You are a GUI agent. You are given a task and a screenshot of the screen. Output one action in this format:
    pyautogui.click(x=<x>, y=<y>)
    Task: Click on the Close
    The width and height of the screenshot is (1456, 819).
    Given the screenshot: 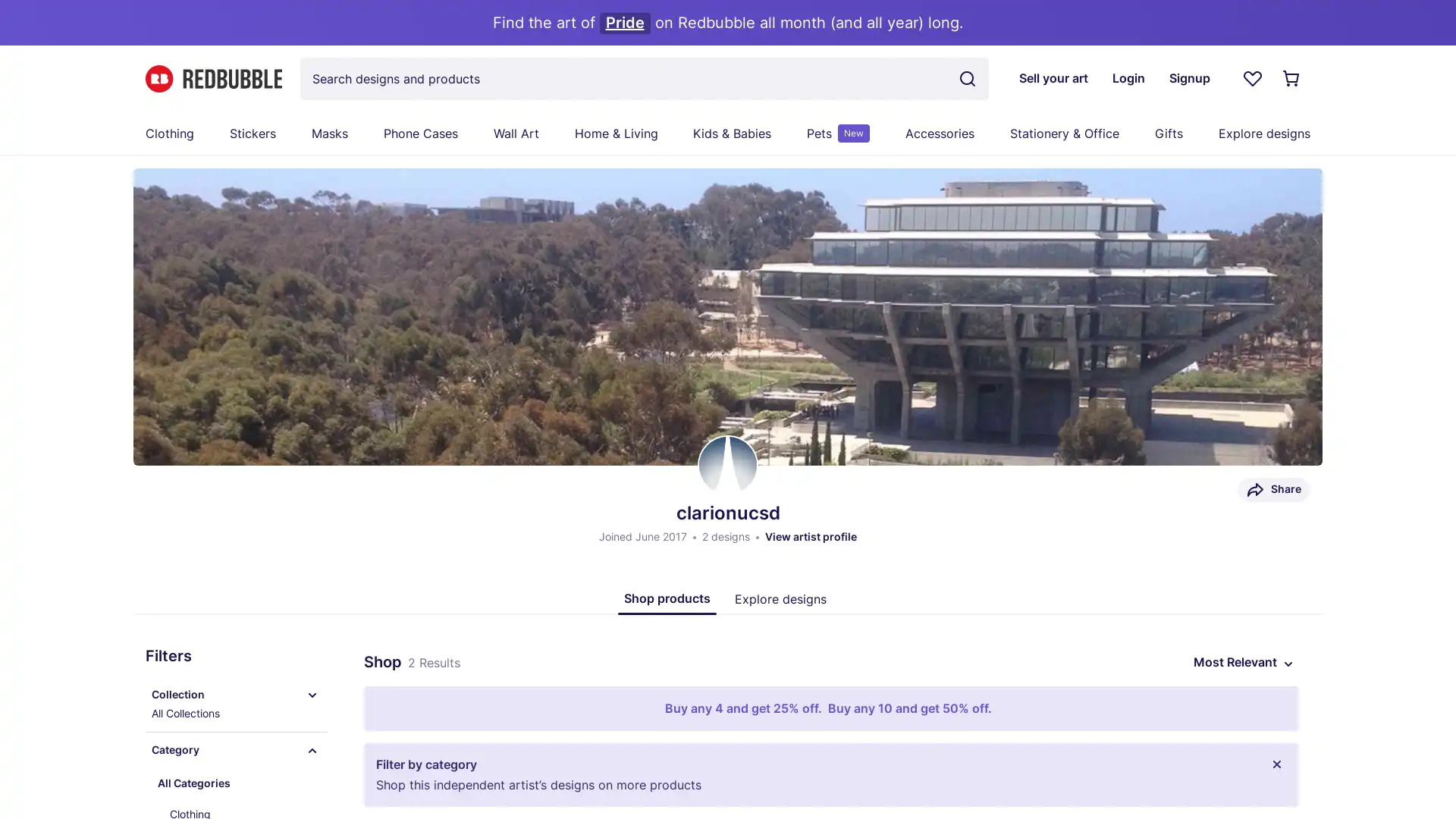 What is the action you would take?
    pyautogui.click(x=1276, y=764)
    